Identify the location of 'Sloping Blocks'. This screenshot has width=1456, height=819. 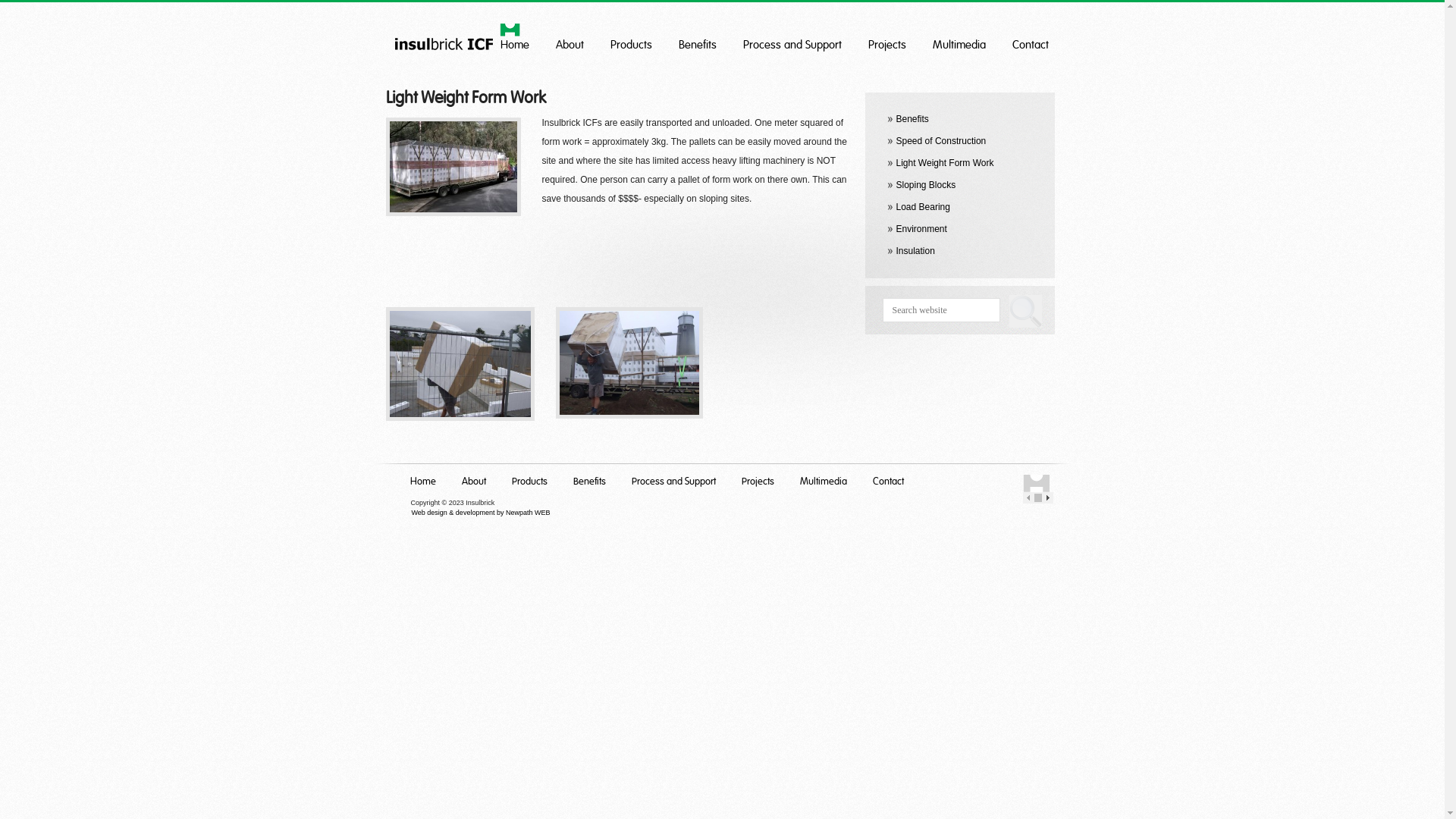
(925, 184).